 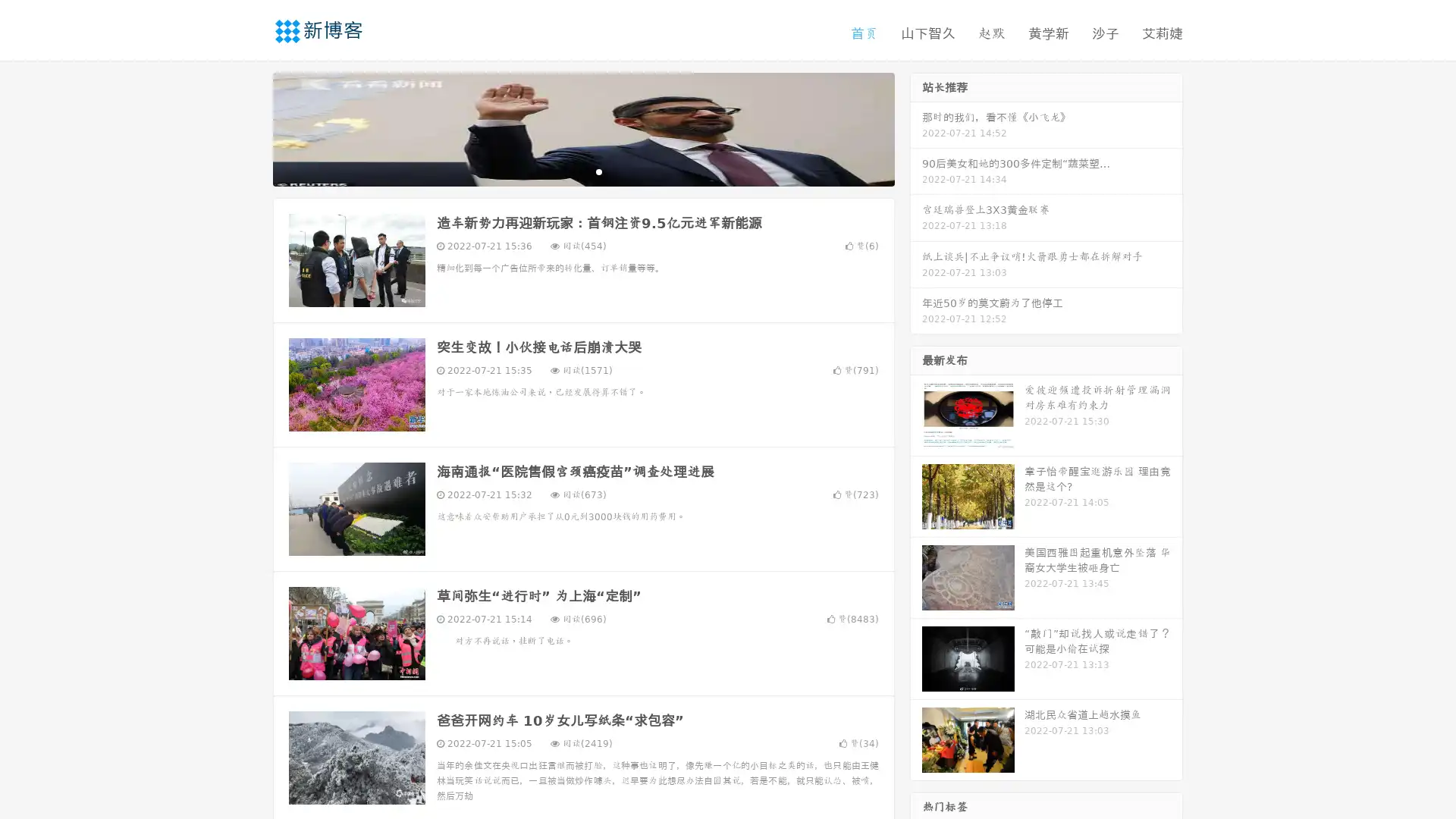 I want to click on Go to slide 1, so click(x=567, y=171).